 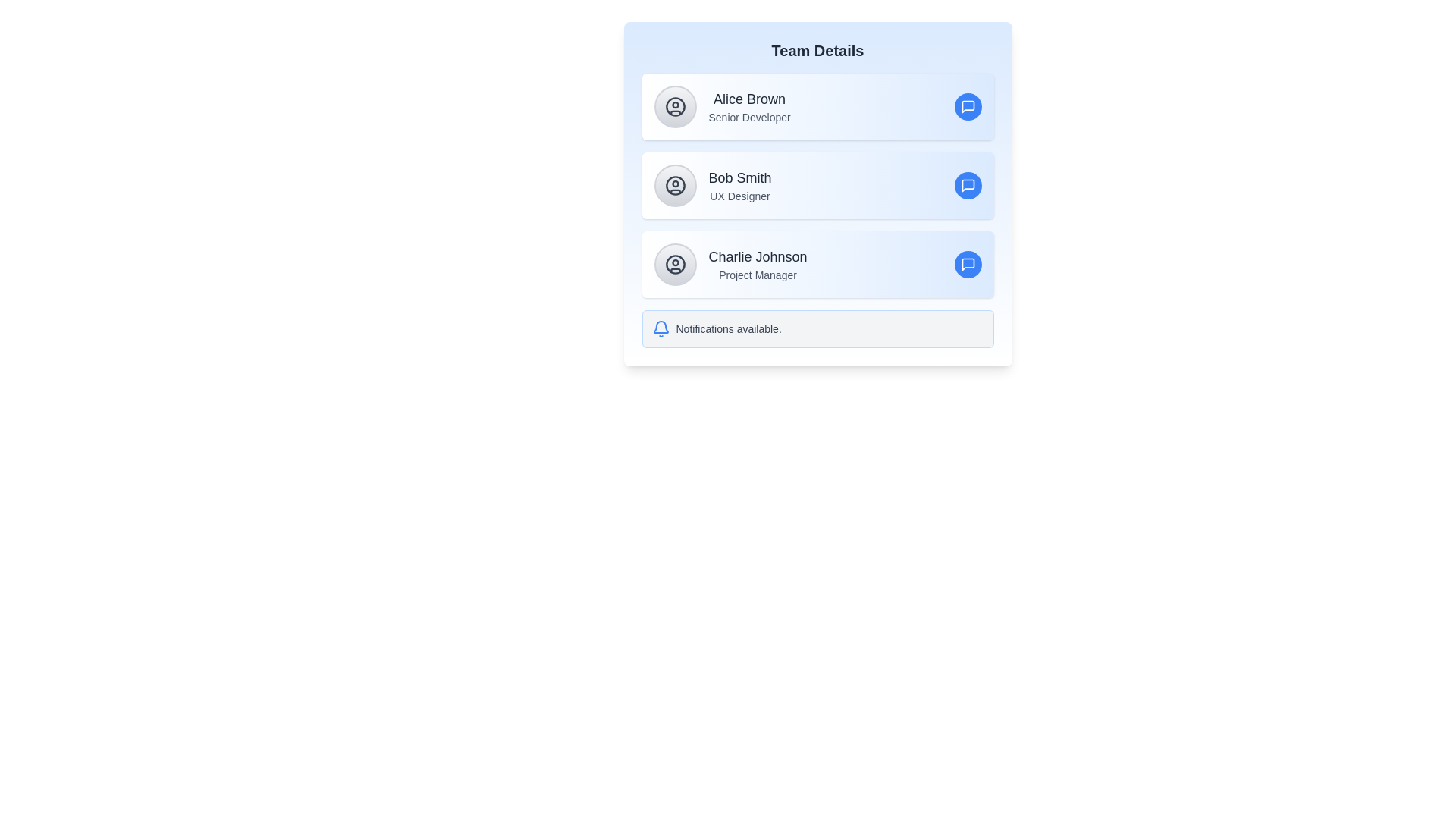 I want to click on the circular profile icon for 'Bob Smith (UX Designer)', which is the second profile icon in the list of users, so click(x=674, y=185).